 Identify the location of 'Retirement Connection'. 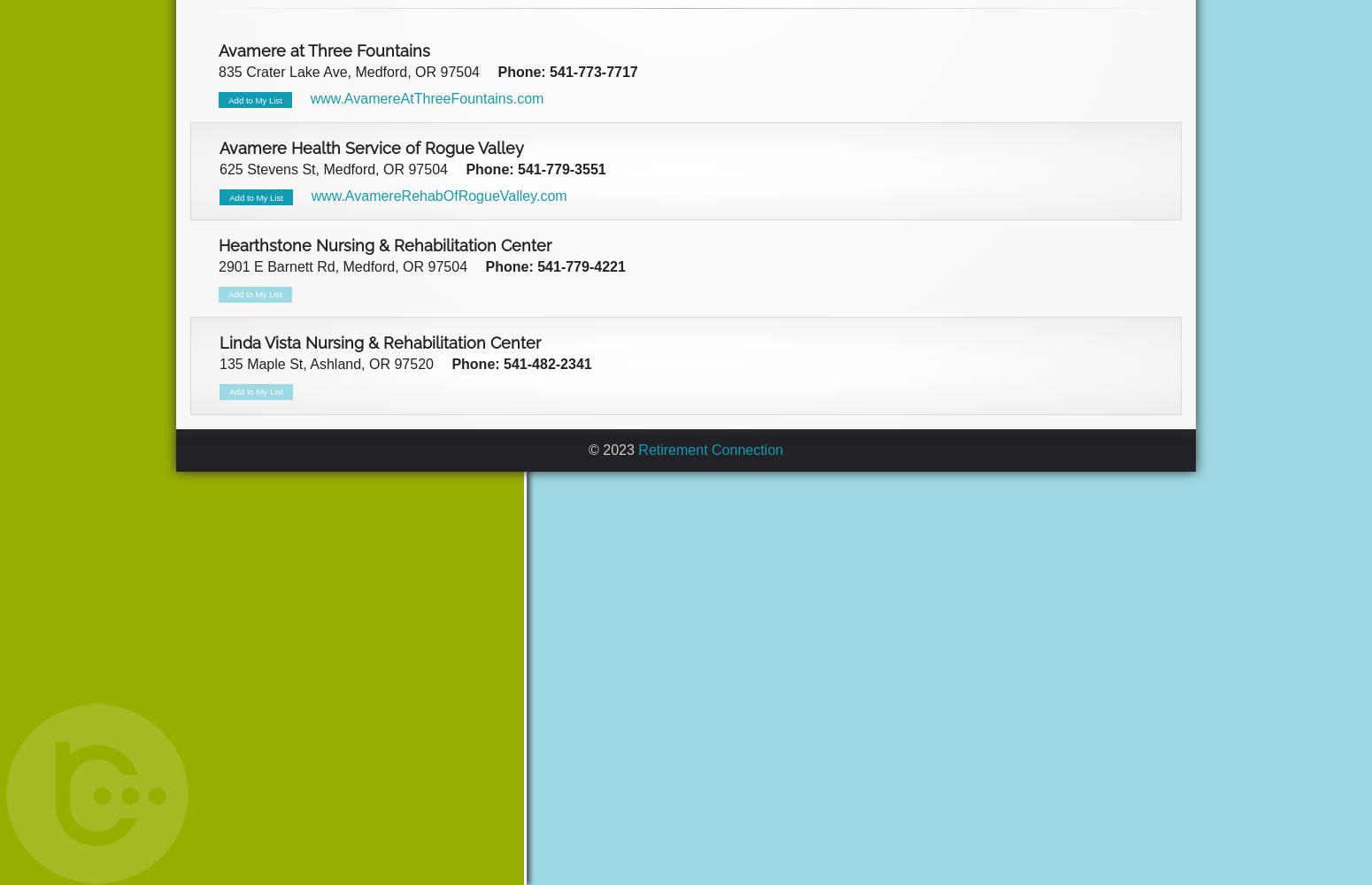
(709, 449).